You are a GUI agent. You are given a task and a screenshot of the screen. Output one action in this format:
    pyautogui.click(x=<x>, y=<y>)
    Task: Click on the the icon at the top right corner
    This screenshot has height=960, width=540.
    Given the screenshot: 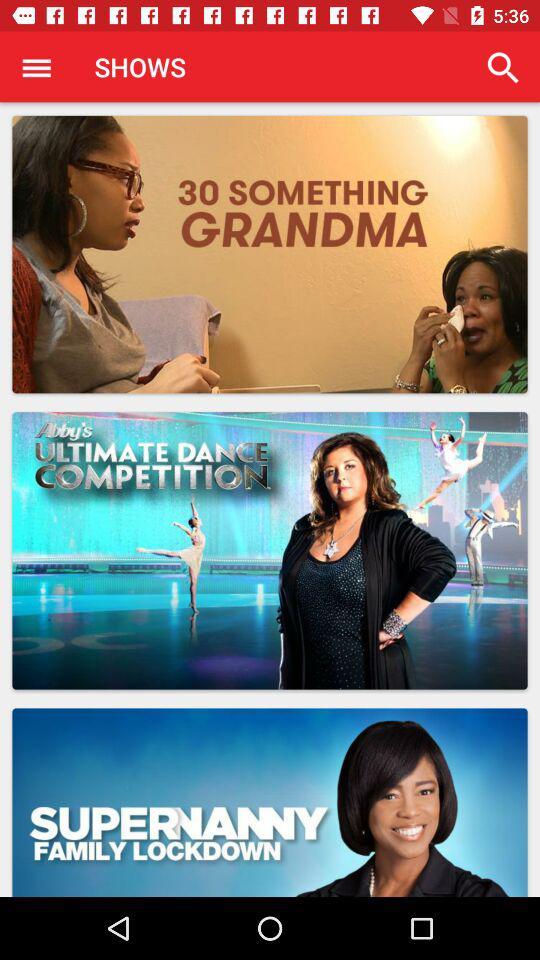 What is the action you would take?
    pyautogui.click(x=502, y=67)
    